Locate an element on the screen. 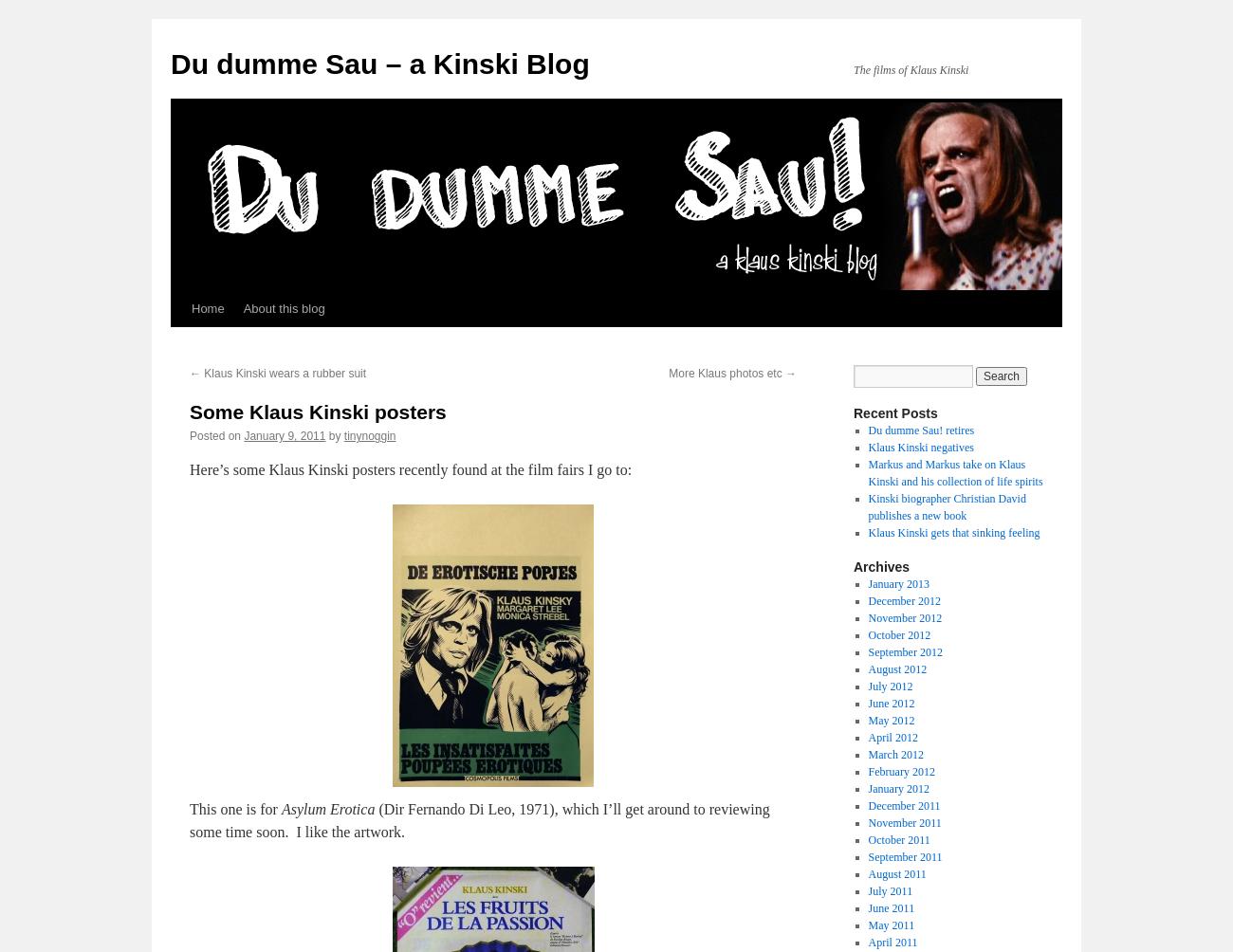 The image size is (1233, 952). 'January 9, 2011' is located at coordinates (285, 435).